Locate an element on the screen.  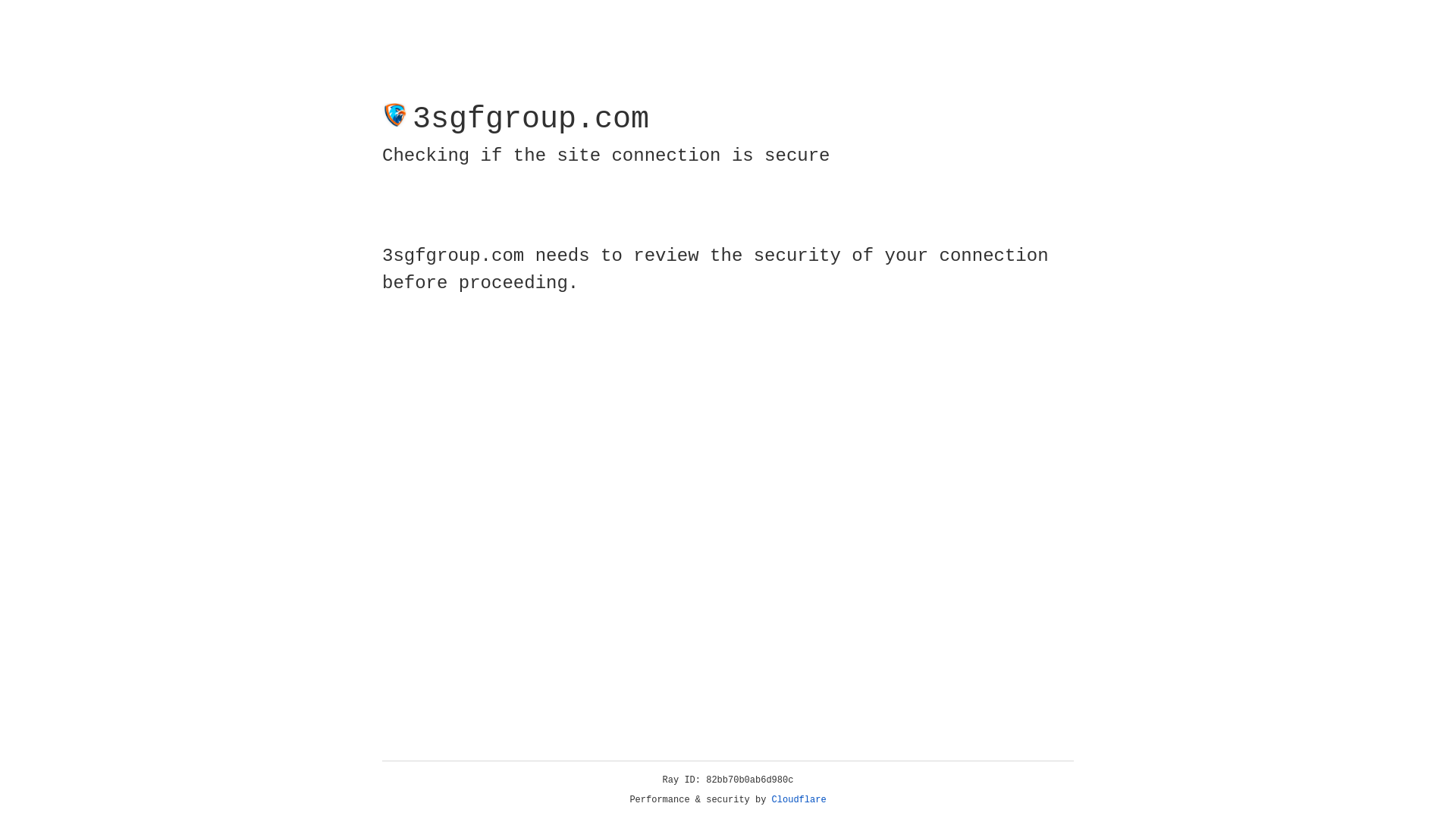
'Cloudflare' is located at coordinates (771, 799).